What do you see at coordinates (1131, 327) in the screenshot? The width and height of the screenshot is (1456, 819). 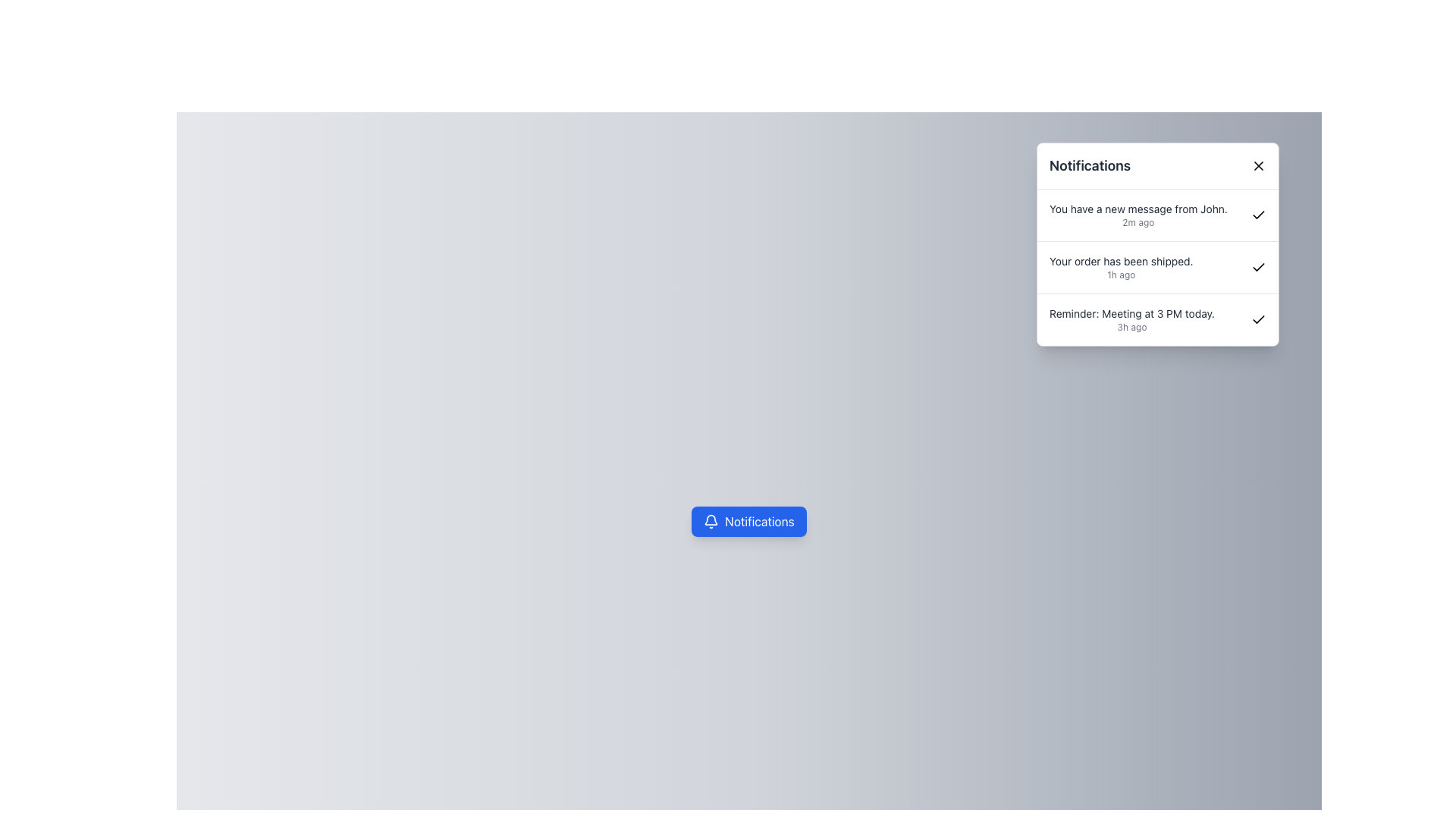 I see `time information from the text label located at the bottom-right of the 'Reminder: Meeting at 3 PM today' notification card` at bounding box center [1131, 327].